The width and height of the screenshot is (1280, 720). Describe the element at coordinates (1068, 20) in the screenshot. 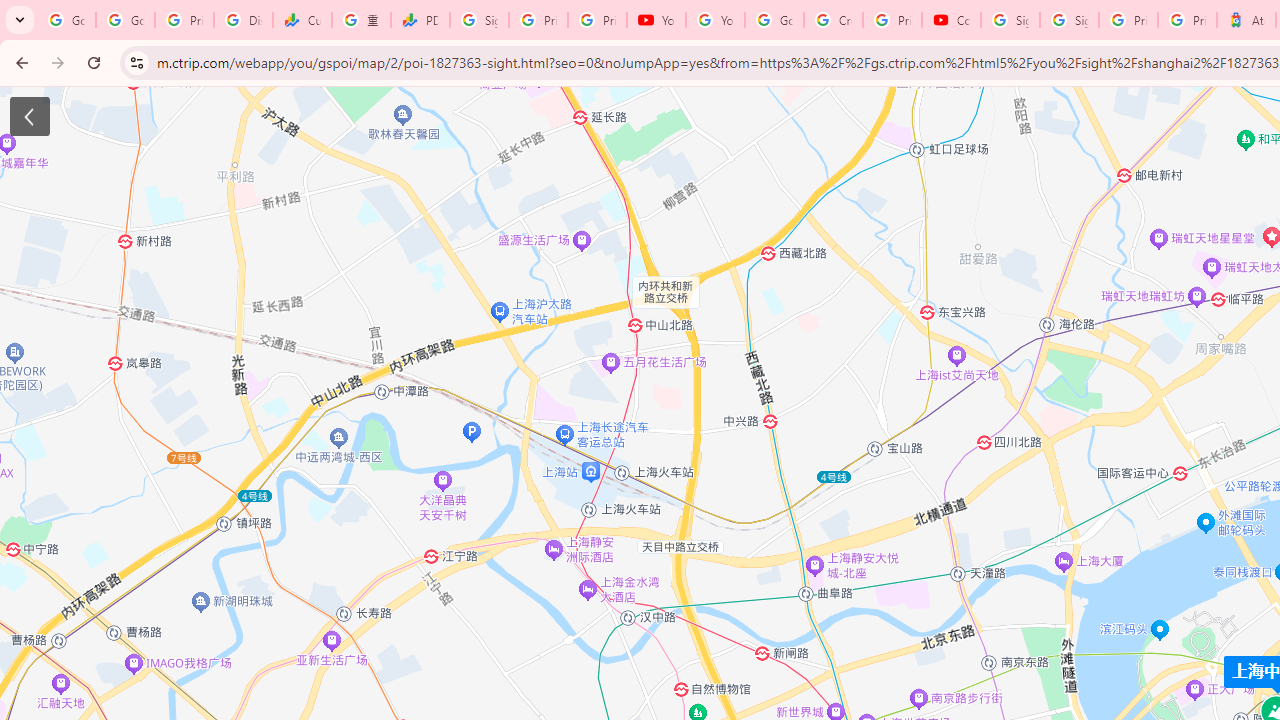

I see `'Sign in - Google Accounts'` at that location.